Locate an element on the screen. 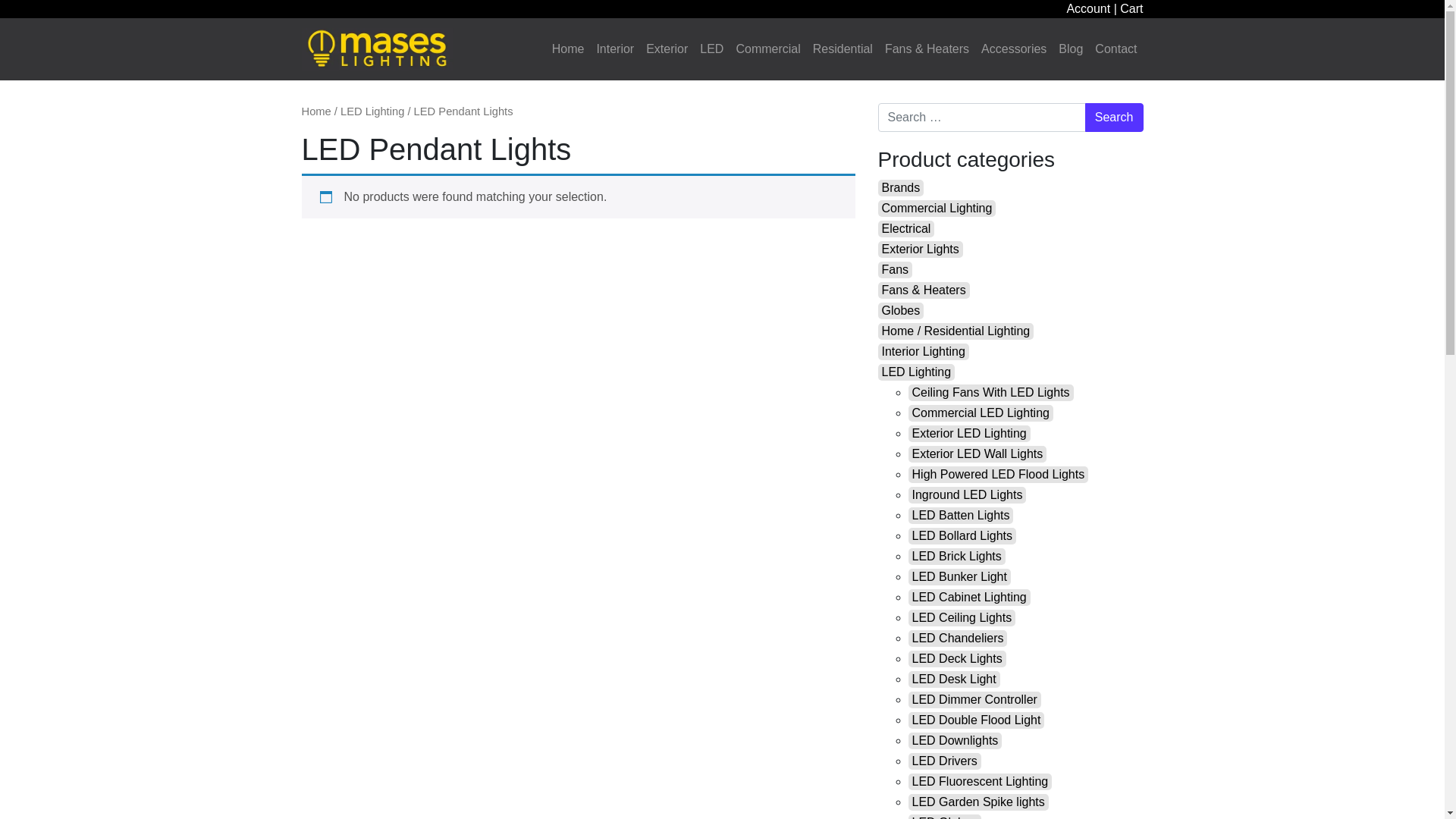  'LED Bollard Lights' is located at coordinates (962, 535).